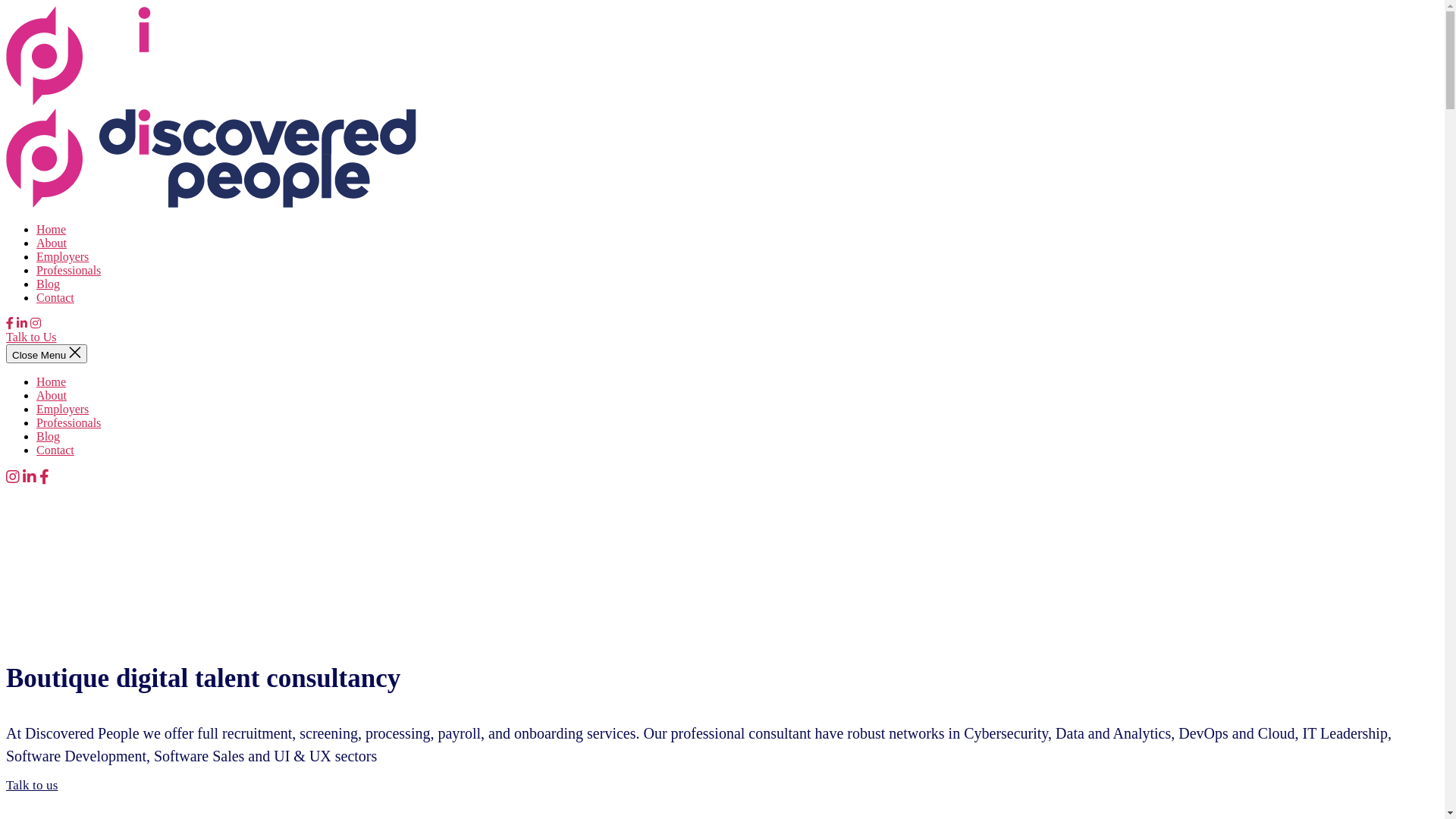  Describe the element at coordinates (31, 336) in the screenshot. I see `'Talk to Us'` at that location.